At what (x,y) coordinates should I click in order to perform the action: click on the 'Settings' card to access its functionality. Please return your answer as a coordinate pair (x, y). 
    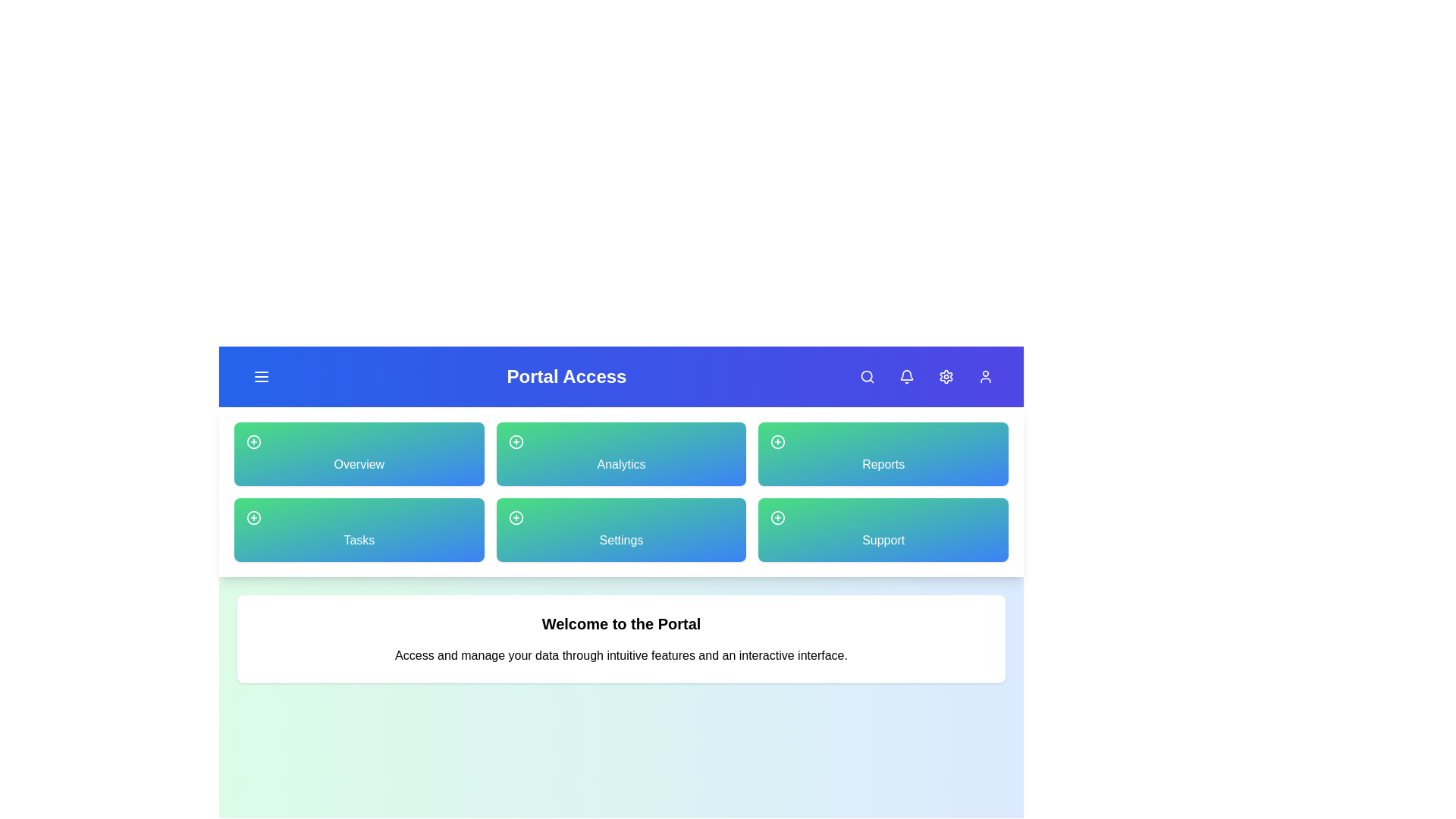
    Looking at the image, I should click on (621, 529).